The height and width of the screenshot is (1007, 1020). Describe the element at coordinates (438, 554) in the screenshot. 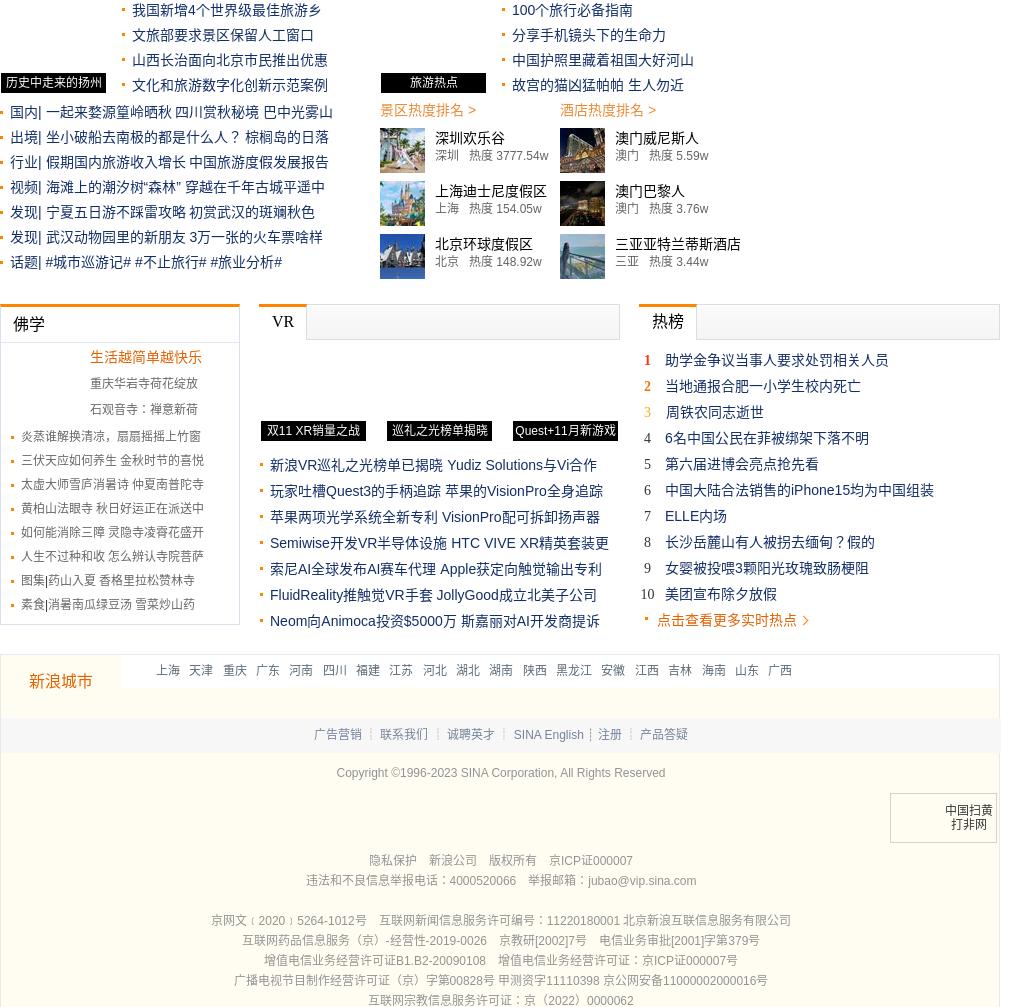

I see `'HTC VIVE XR精英套装更新'` at that location.